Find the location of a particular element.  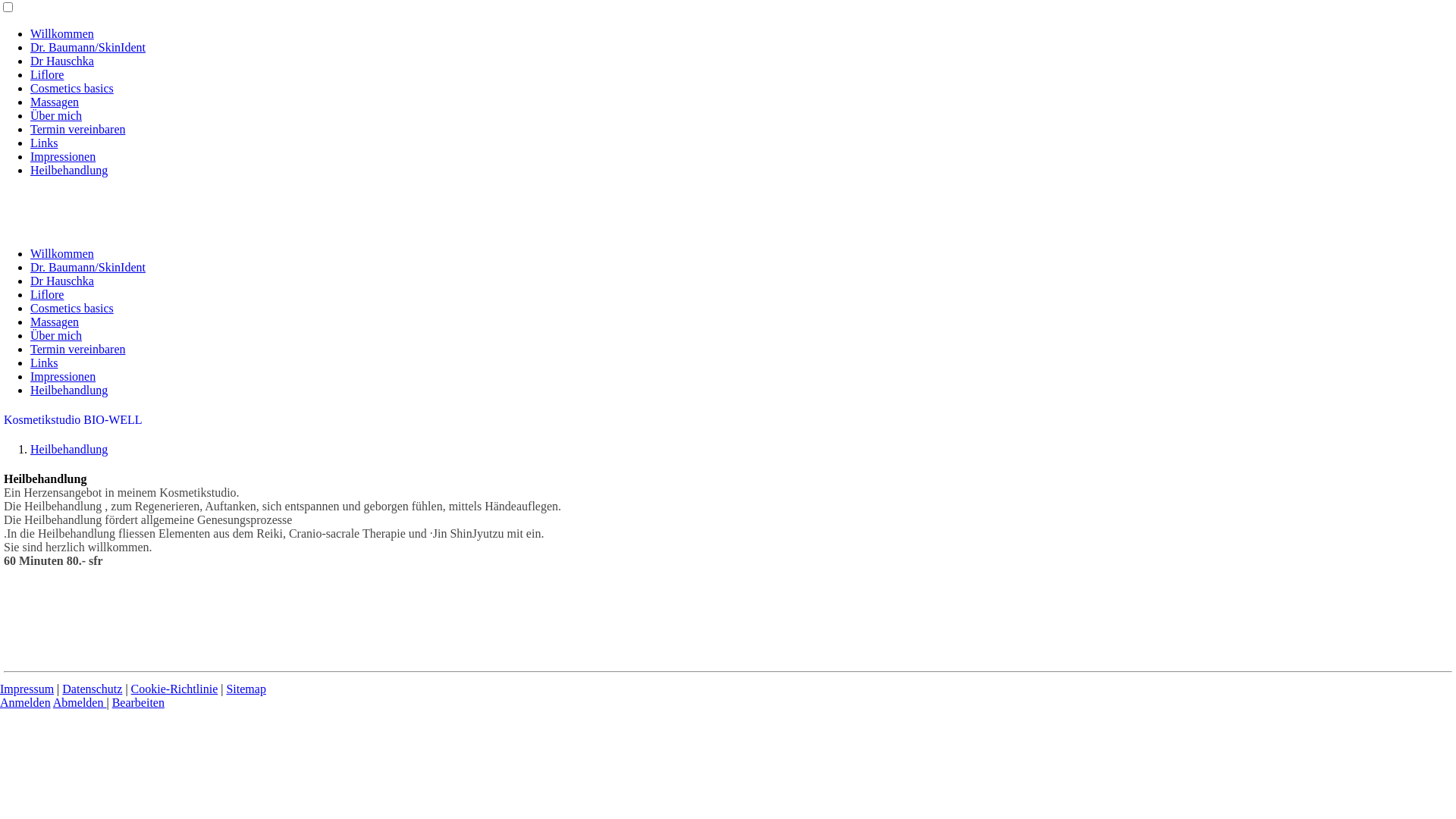

'Liflore' is located at coordinates (47, 74).